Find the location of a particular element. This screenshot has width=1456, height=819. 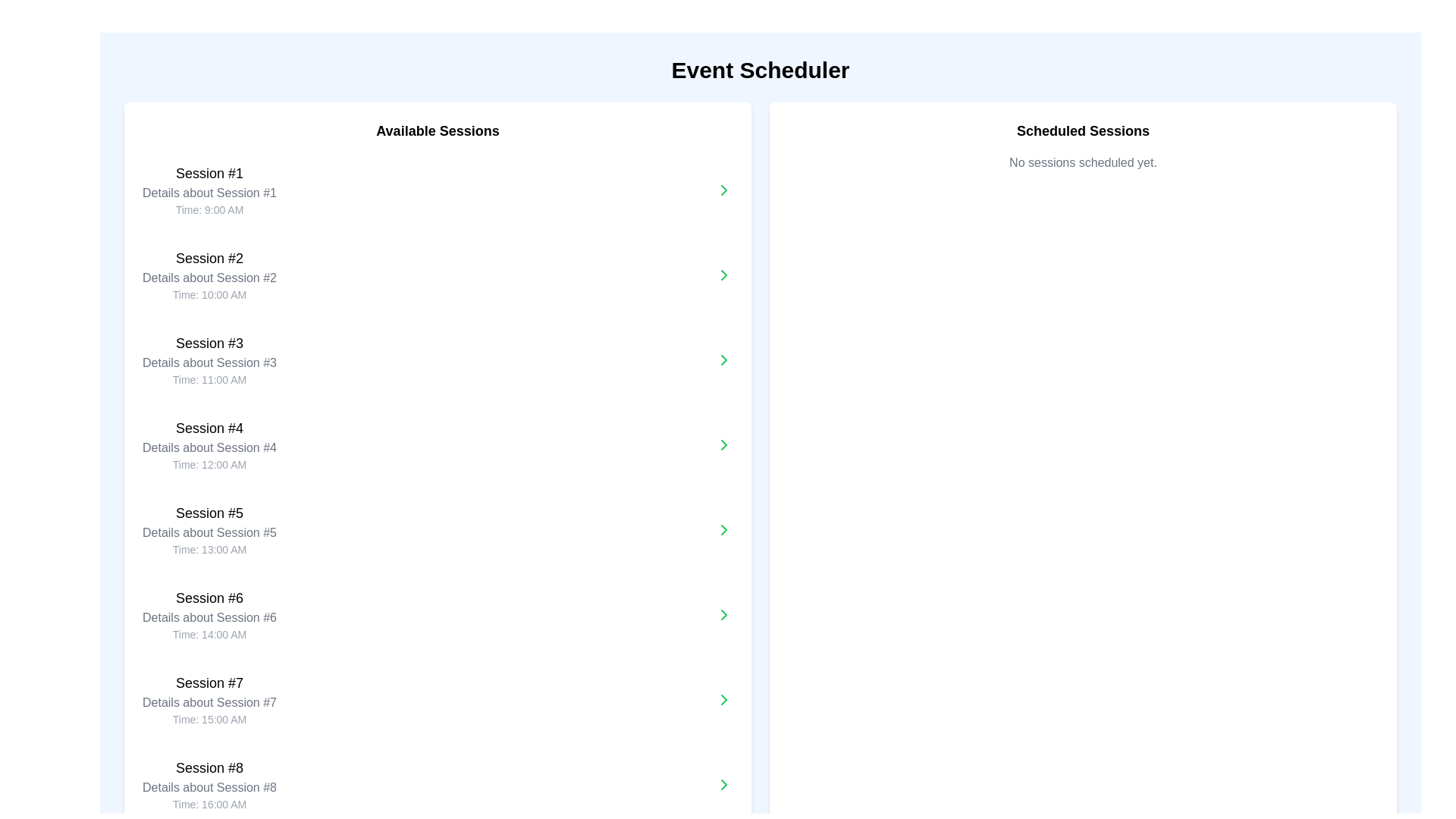

the right-pointing chevron icon, which is the sixth occurrence in the 'Available Sessions' section next to 'Session #6' is located at coordinates (723, 359).